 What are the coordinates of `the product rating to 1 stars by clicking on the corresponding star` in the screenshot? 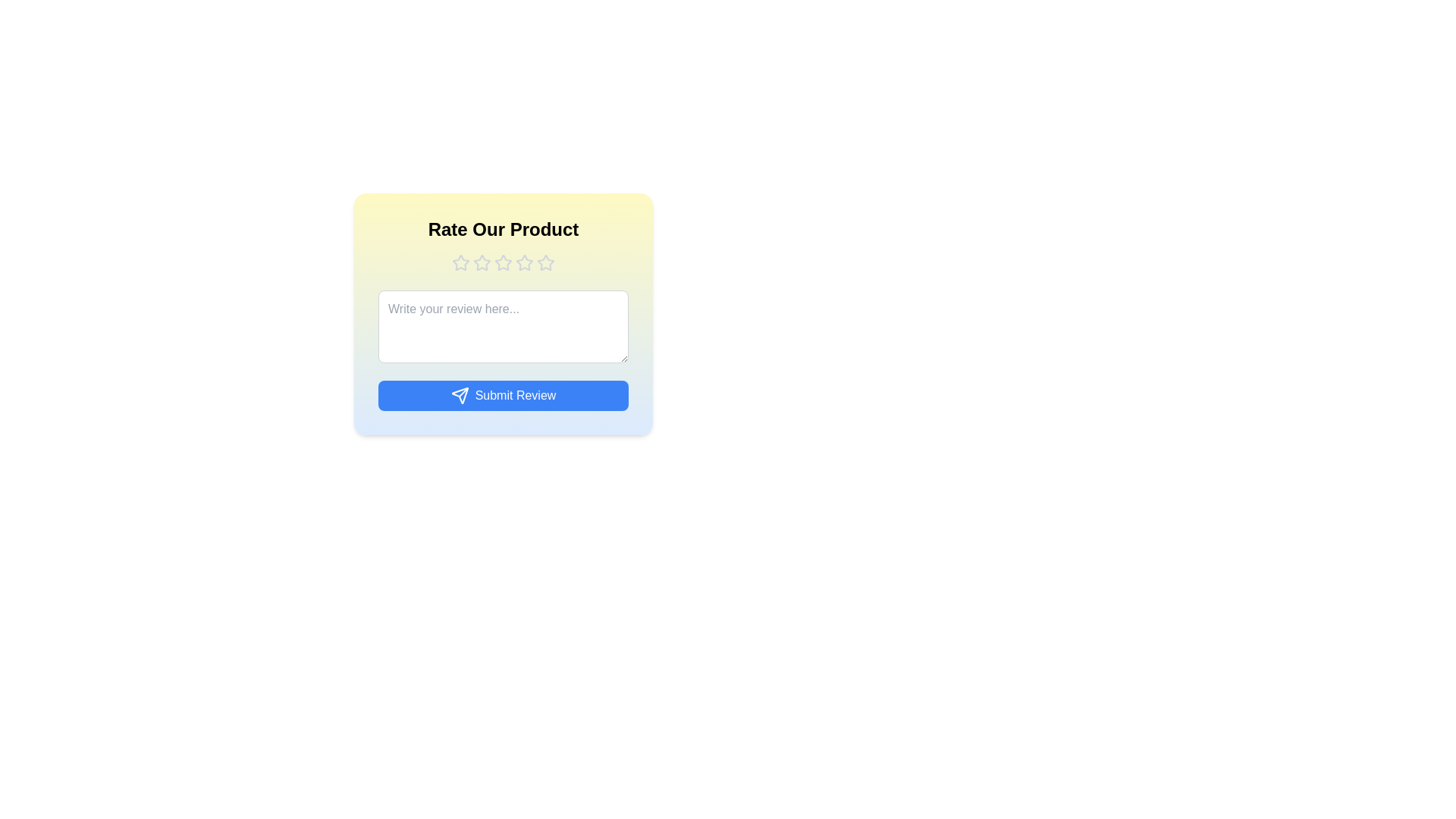 It's located at (460, 262).